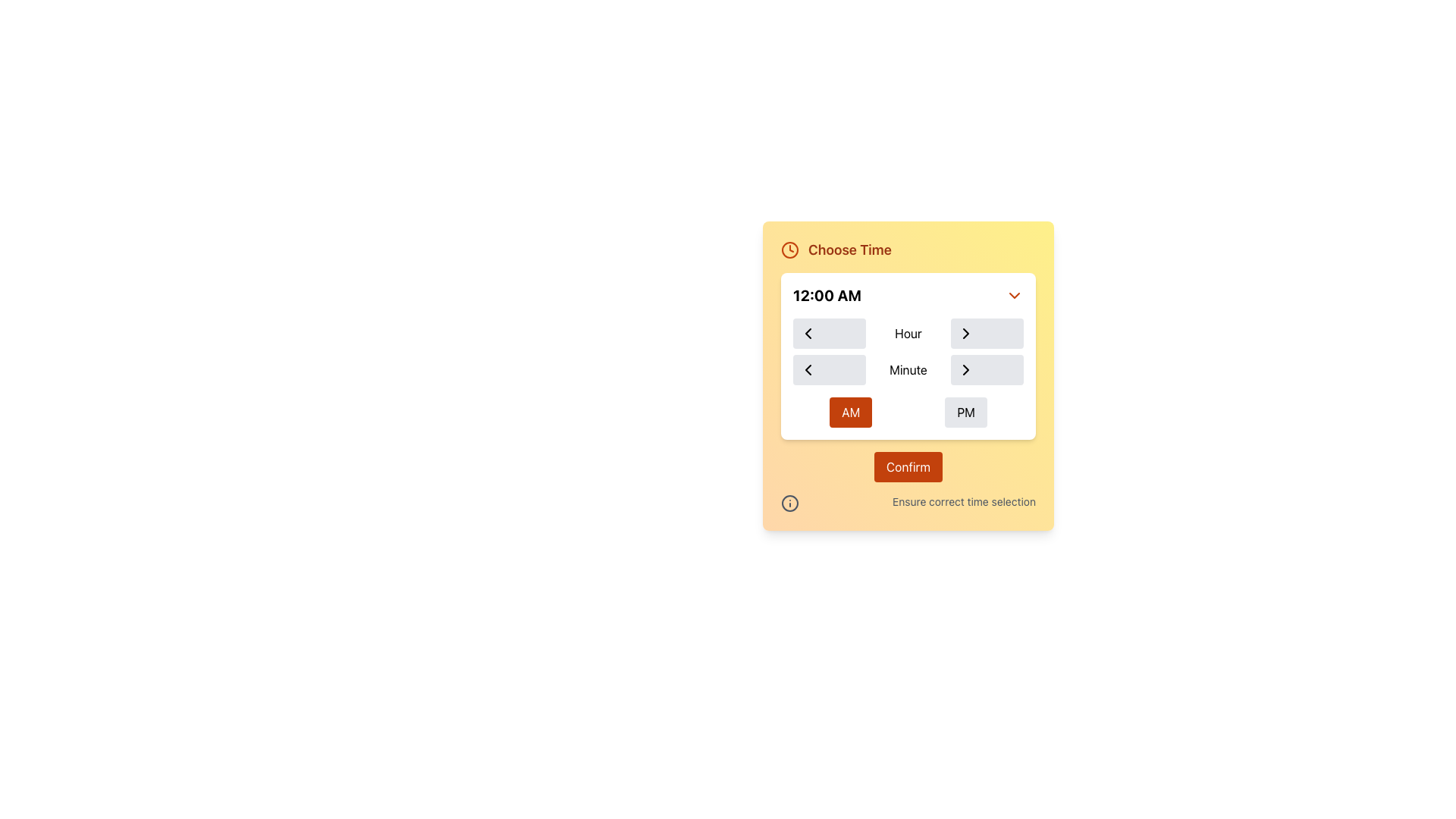  What do you see at coordinates (987, 370) in the screenshot?
I see `the button located in the 'Minute' row of the time selection interface to increment the minutes value` at bounding box center [987, 370].